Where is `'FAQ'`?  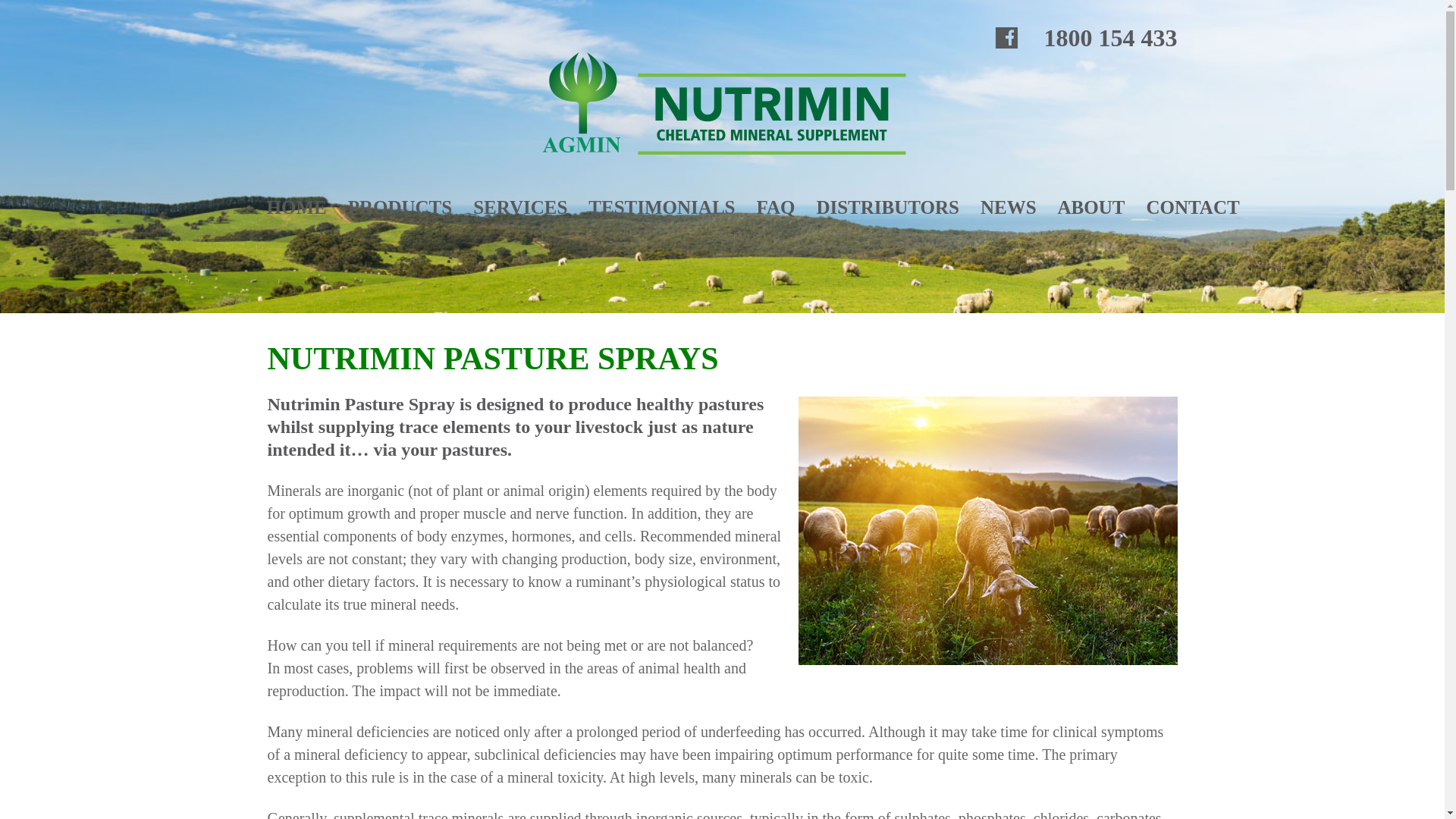
'FAQ' is located at coordinates (756, 207).